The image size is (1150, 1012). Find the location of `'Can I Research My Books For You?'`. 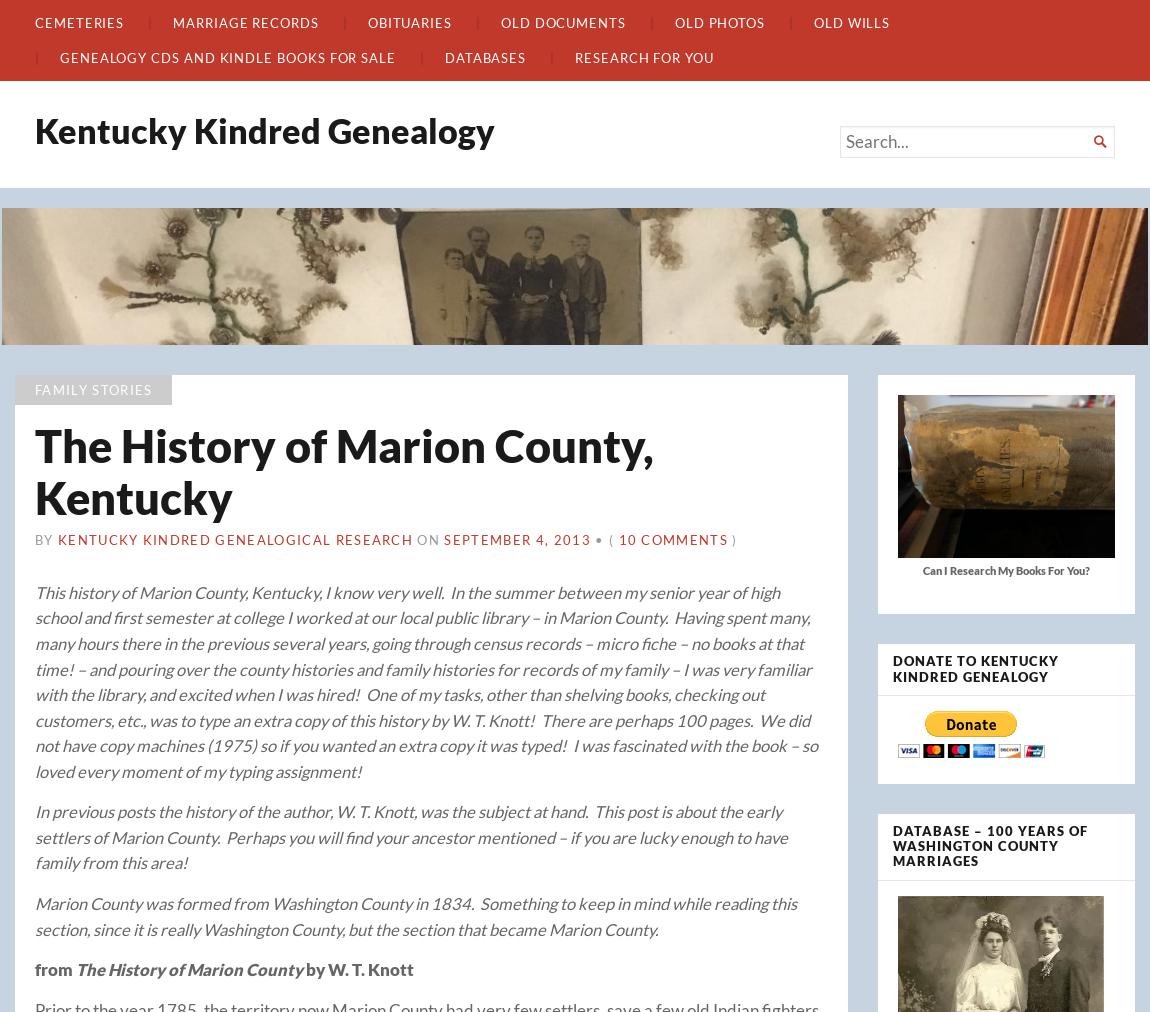

'Can I Research My Books For You?' is located at coordinates (1005, 566).